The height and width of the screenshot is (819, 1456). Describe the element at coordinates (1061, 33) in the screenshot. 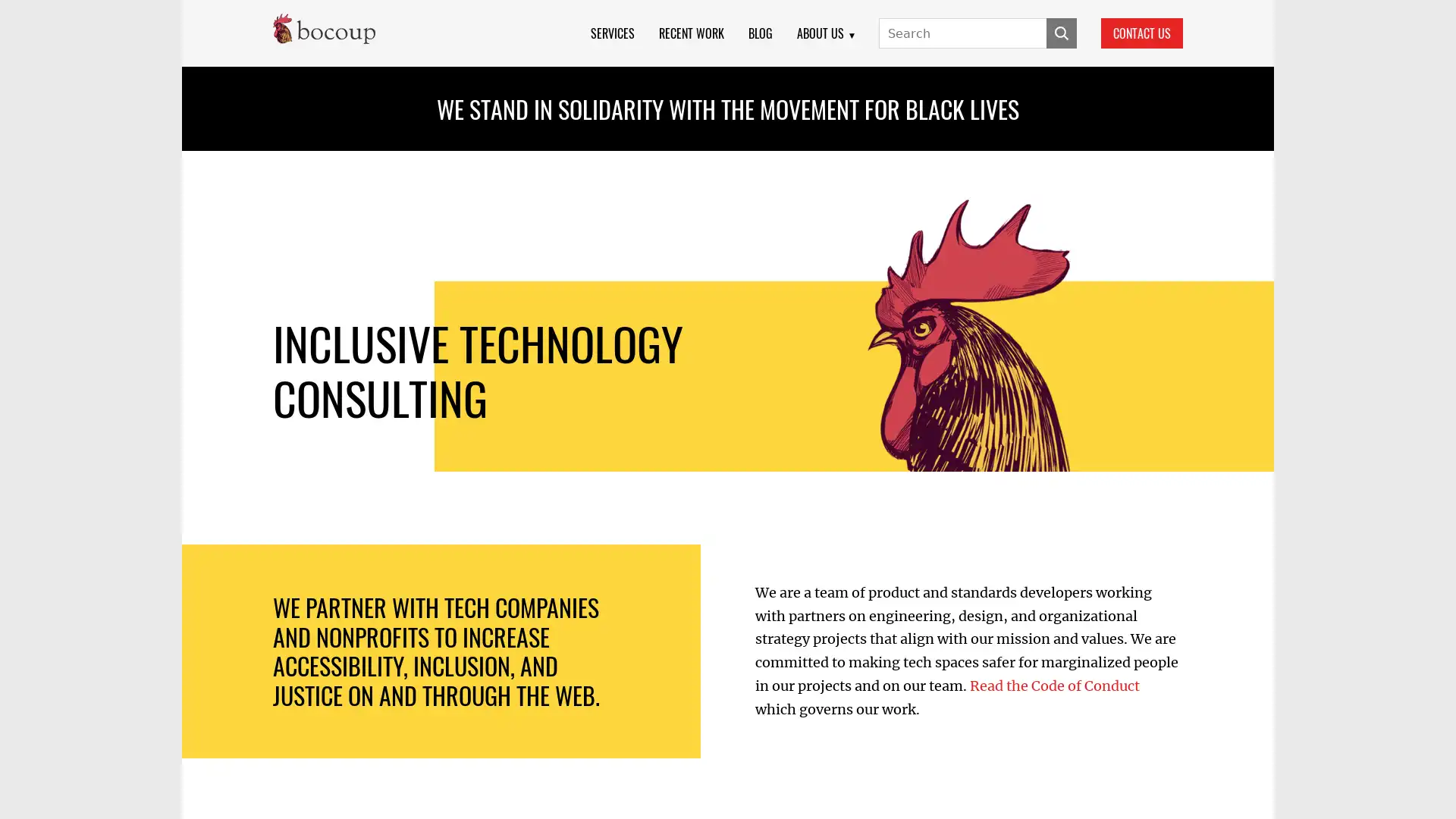

I see `SUBMIT` at that location.